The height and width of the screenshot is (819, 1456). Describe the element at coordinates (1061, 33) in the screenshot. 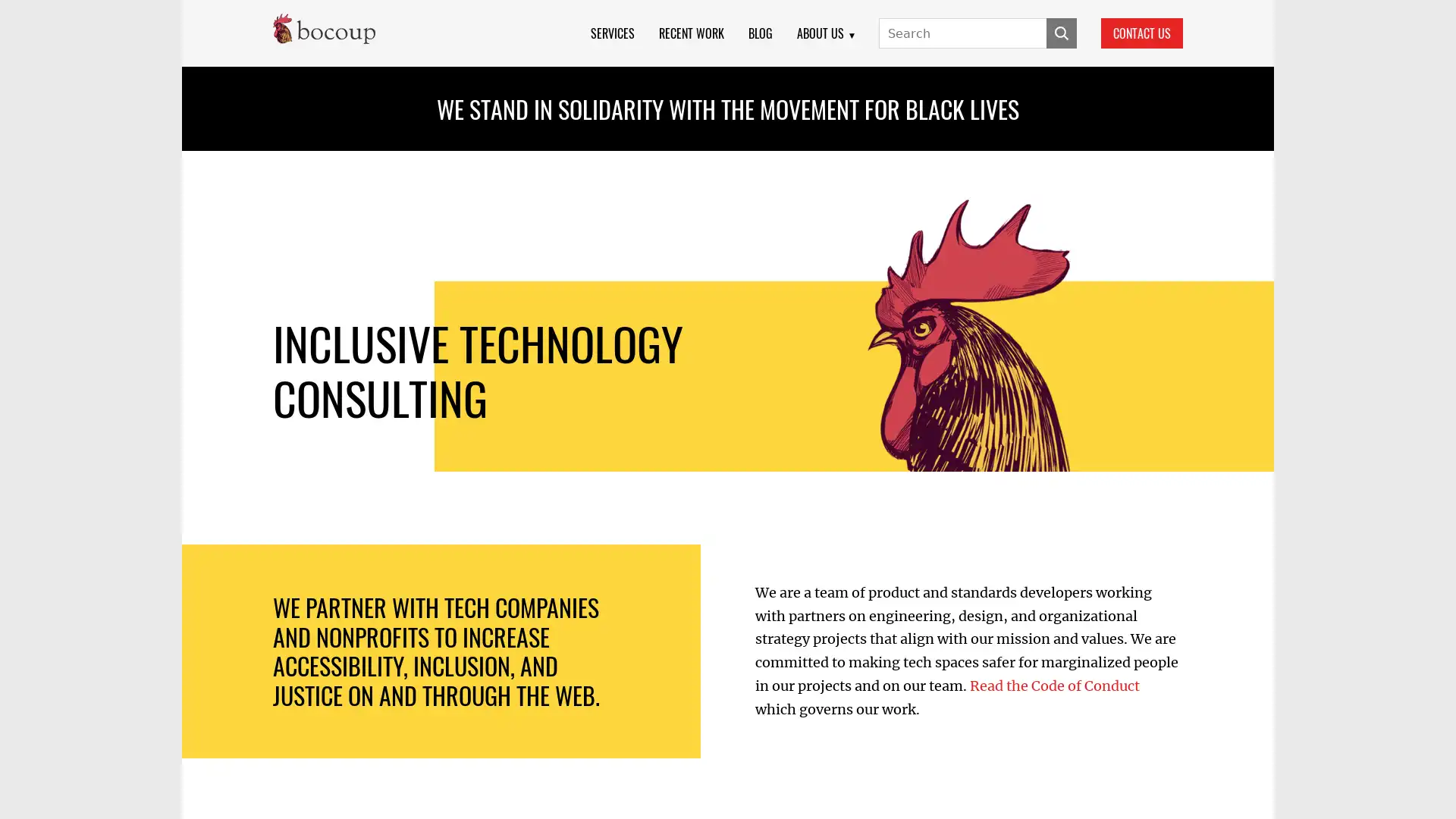

I see `SUBMIT` at that location.